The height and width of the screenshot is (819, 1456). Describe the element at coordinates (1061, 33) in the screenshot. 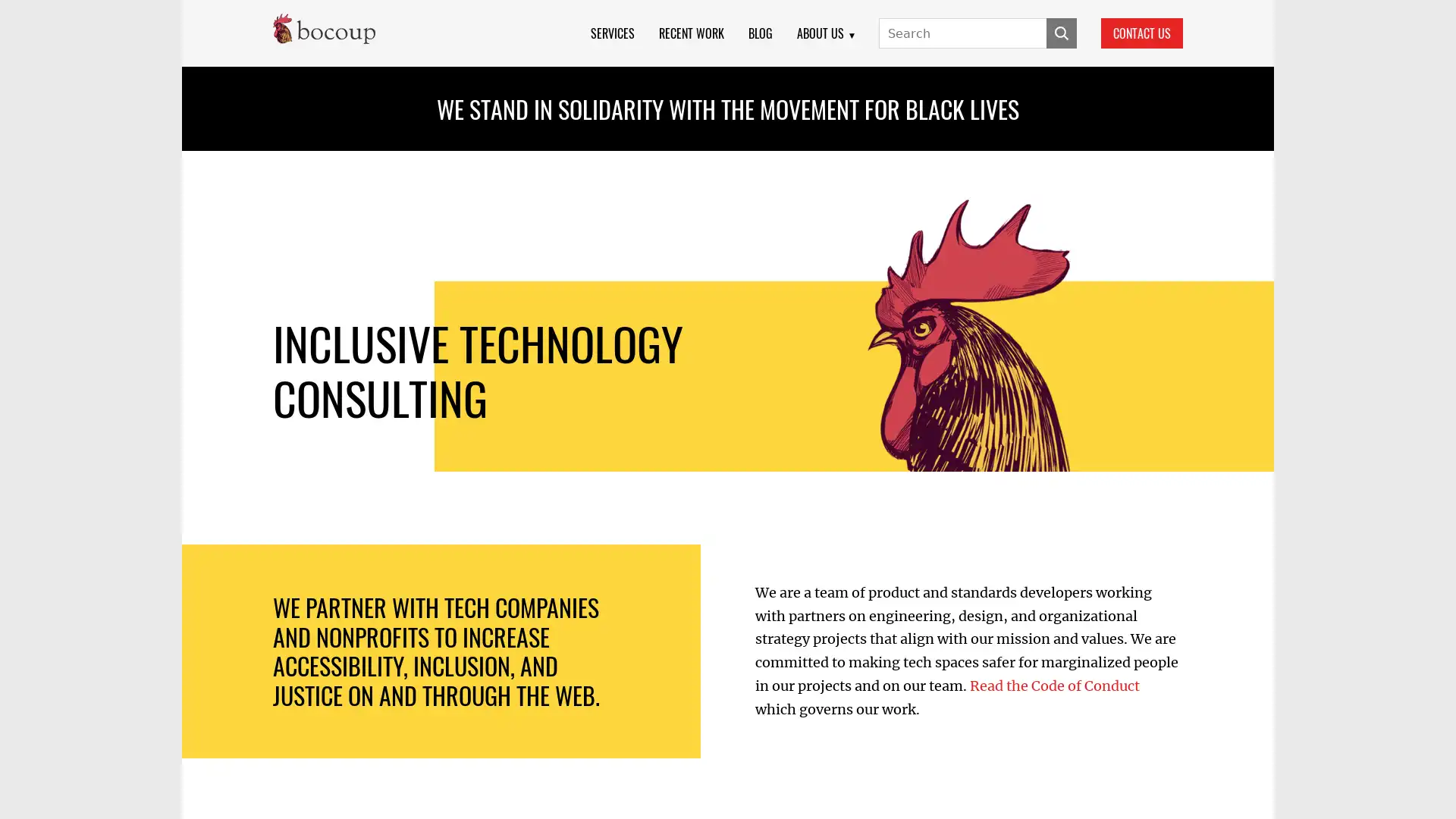

I see `SUBMIT` at that location.